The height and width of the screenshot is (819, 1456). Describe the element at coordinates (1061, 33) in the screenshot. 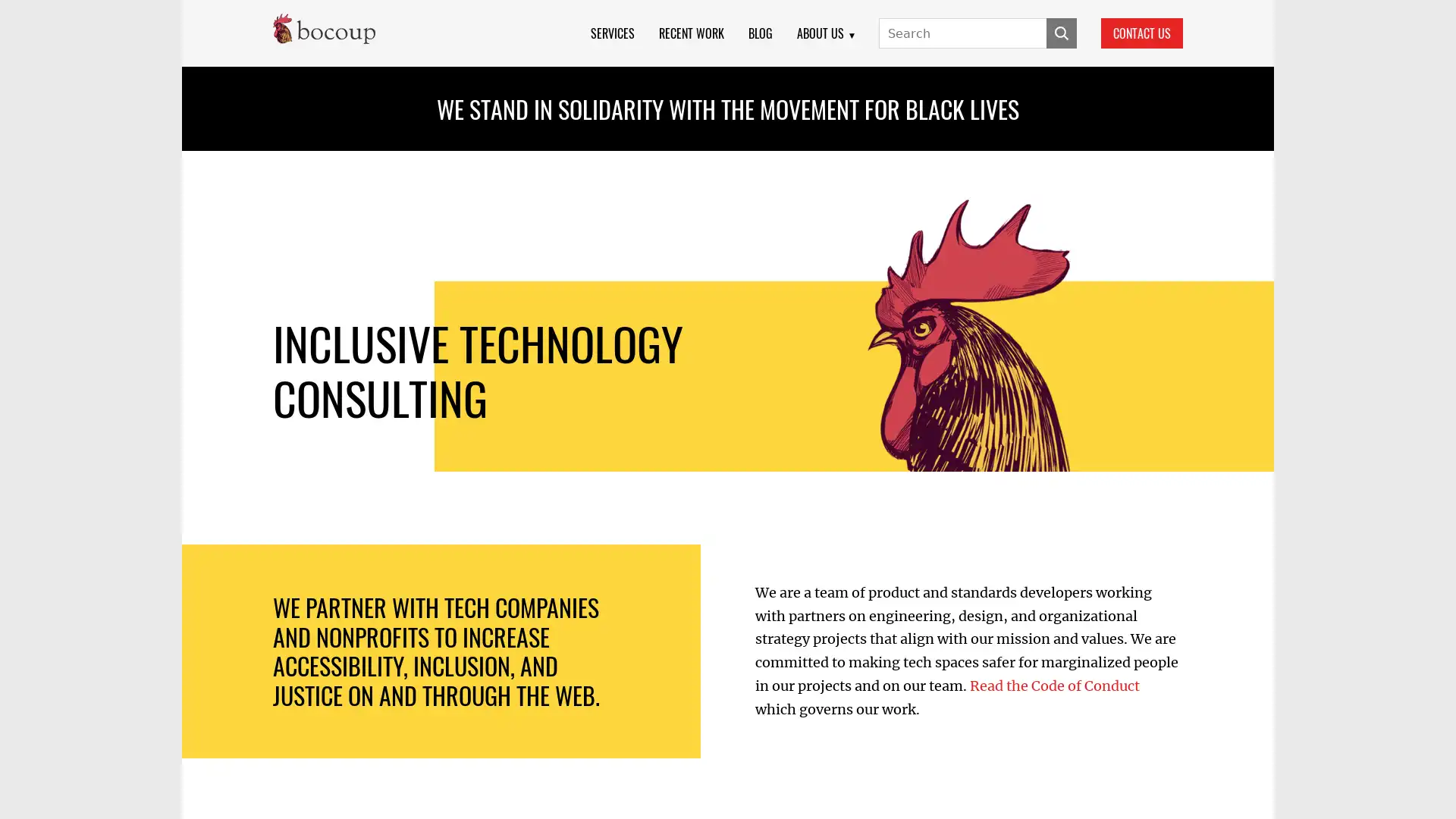

I see `SUBMIT` at that location.